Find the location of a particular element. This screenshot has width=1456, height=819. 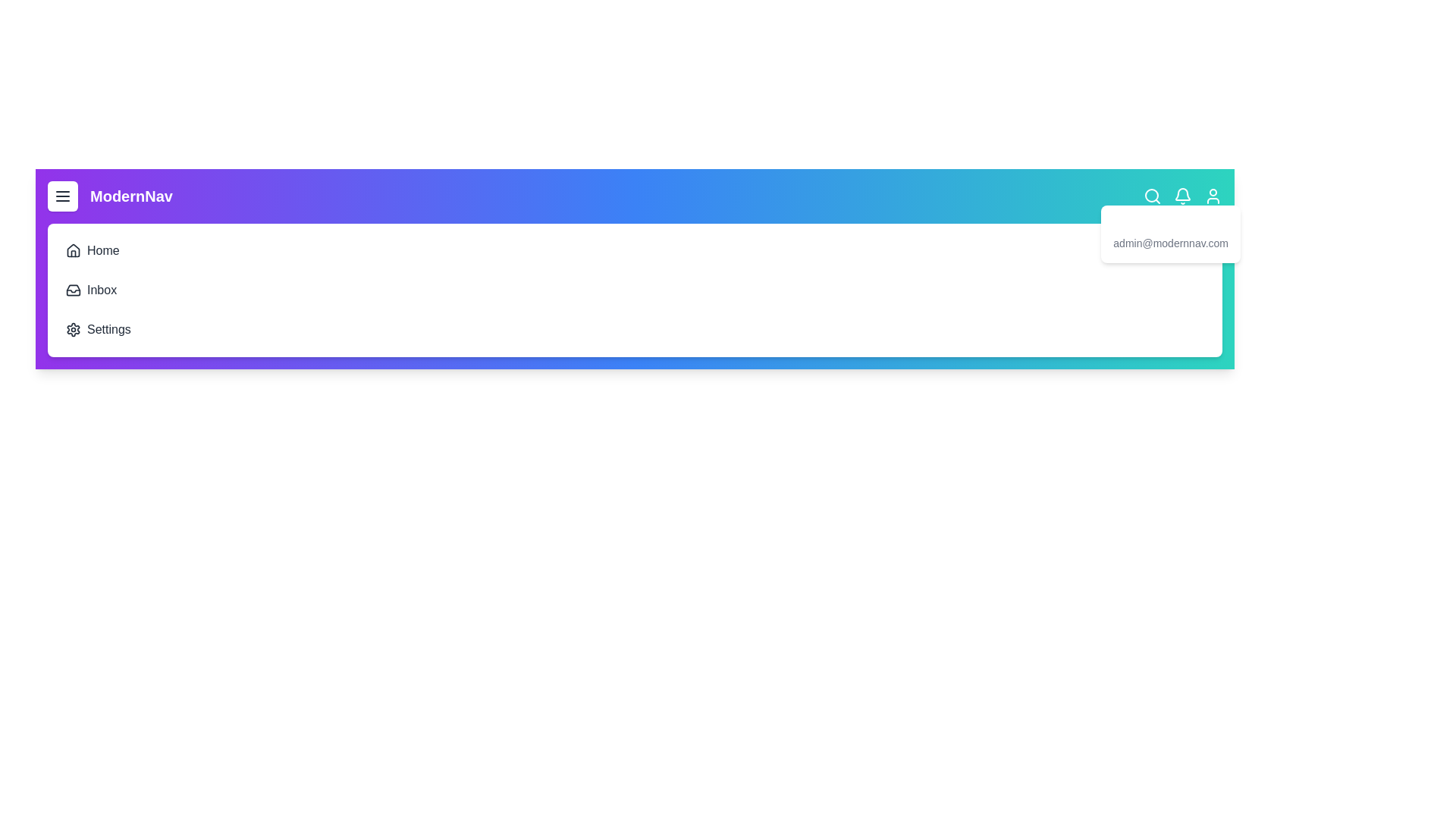

the Inbox navigation item is located at coordinates (75, 281).